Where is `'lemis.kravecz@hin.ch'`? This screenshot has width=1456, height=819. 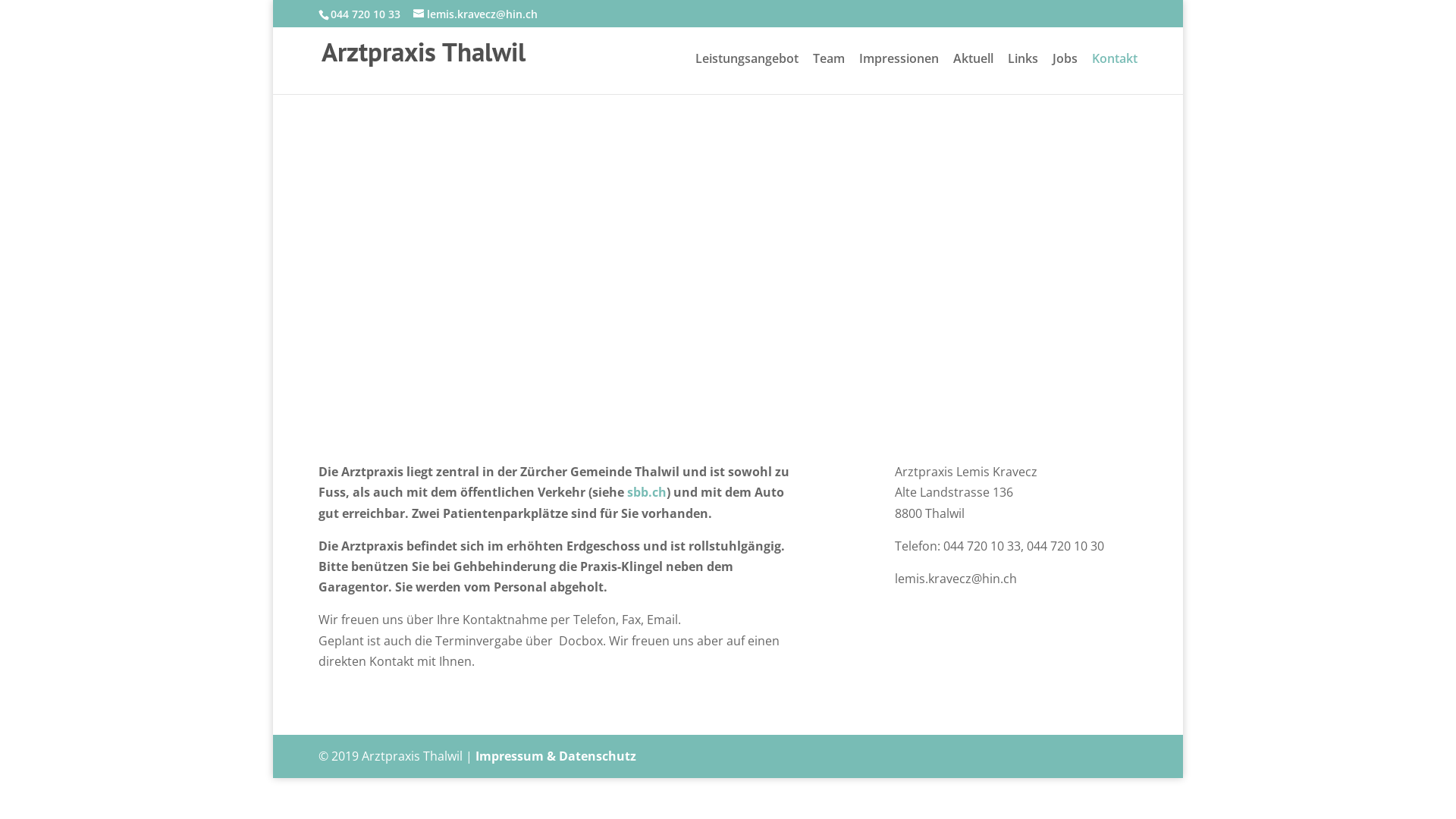
'lemis.kravecz@hin.ch' is located at coordinates (475, 13).